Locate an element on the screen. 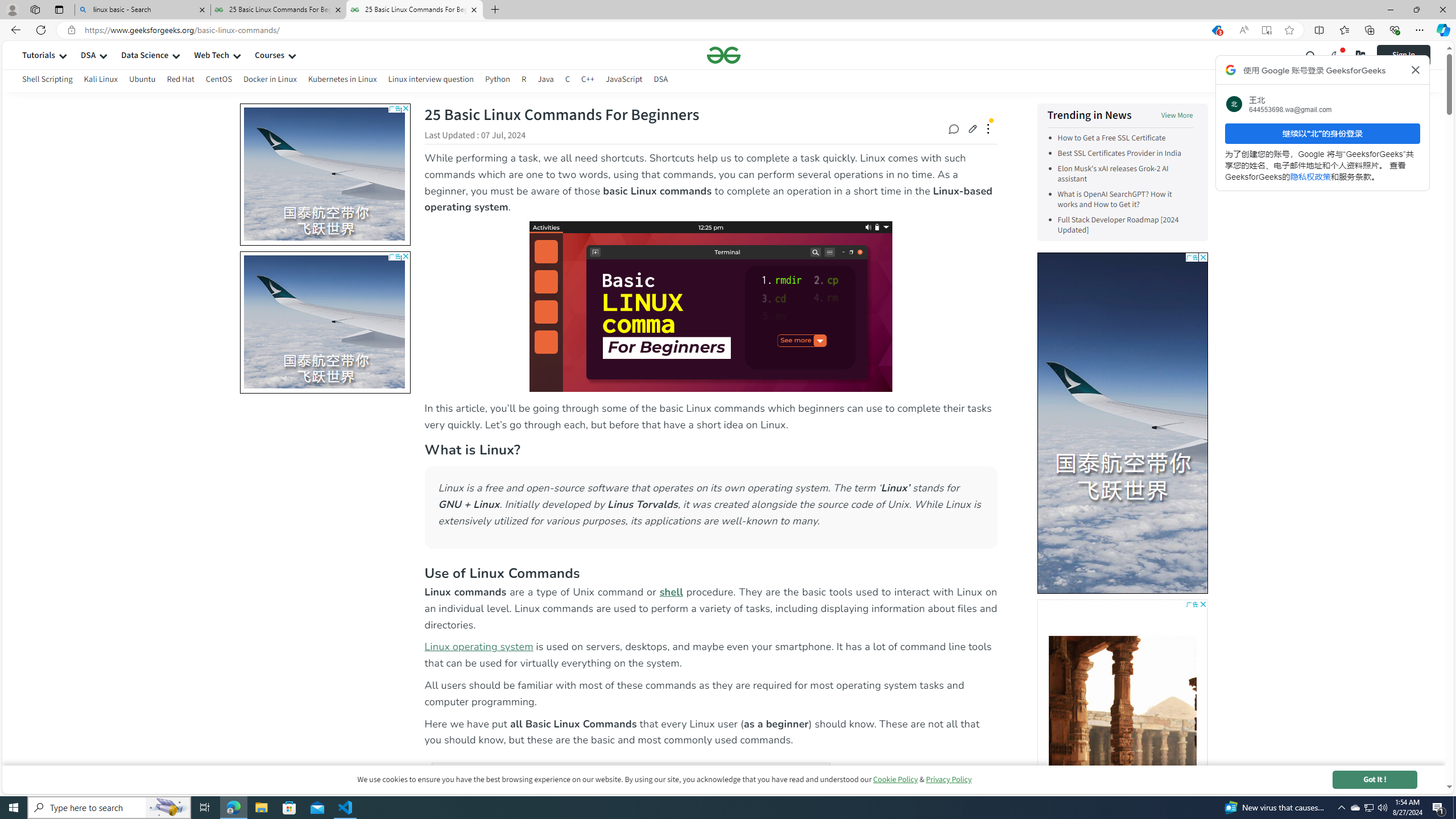 This screenshot has height=819, width=1456. 'Ubuntu' is located at coordinates (142, 80).